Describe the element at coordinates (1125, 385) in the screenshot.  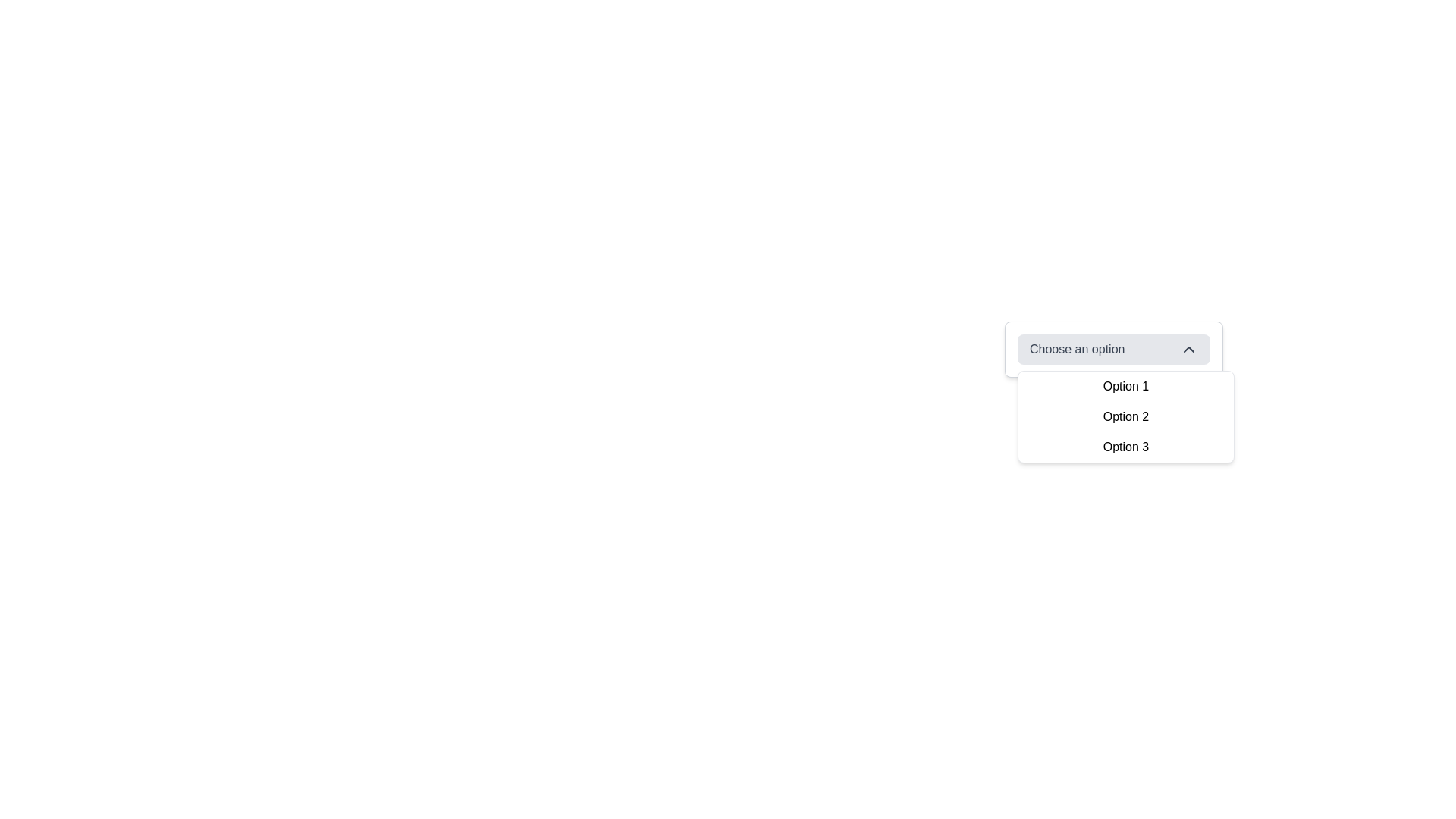
I see `the first option 'Option 1' in the dropdown menu located below the 'Choose an option' button` at that location.